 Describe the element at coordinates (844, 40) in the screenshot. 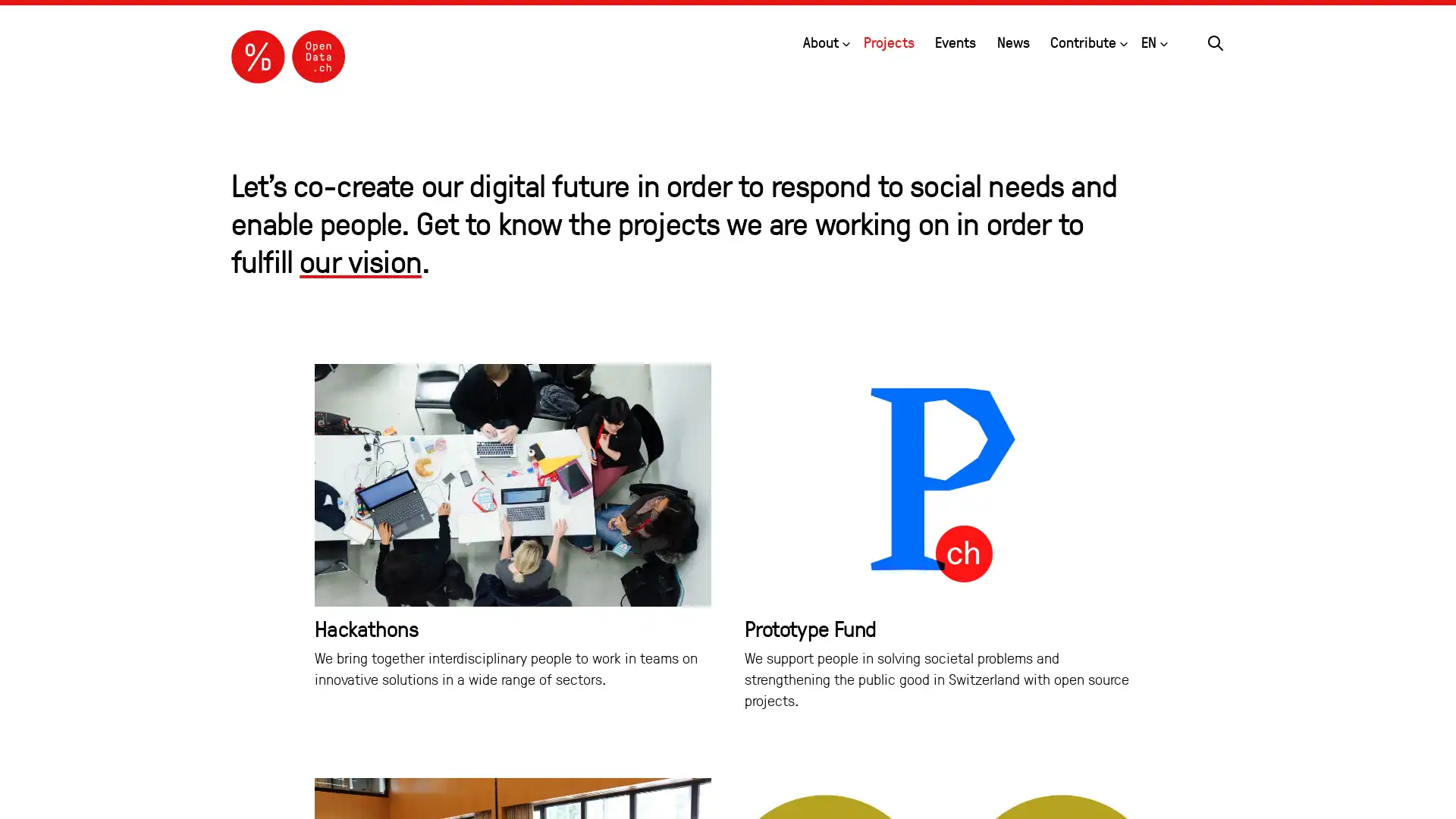

I see `Open` at that location.